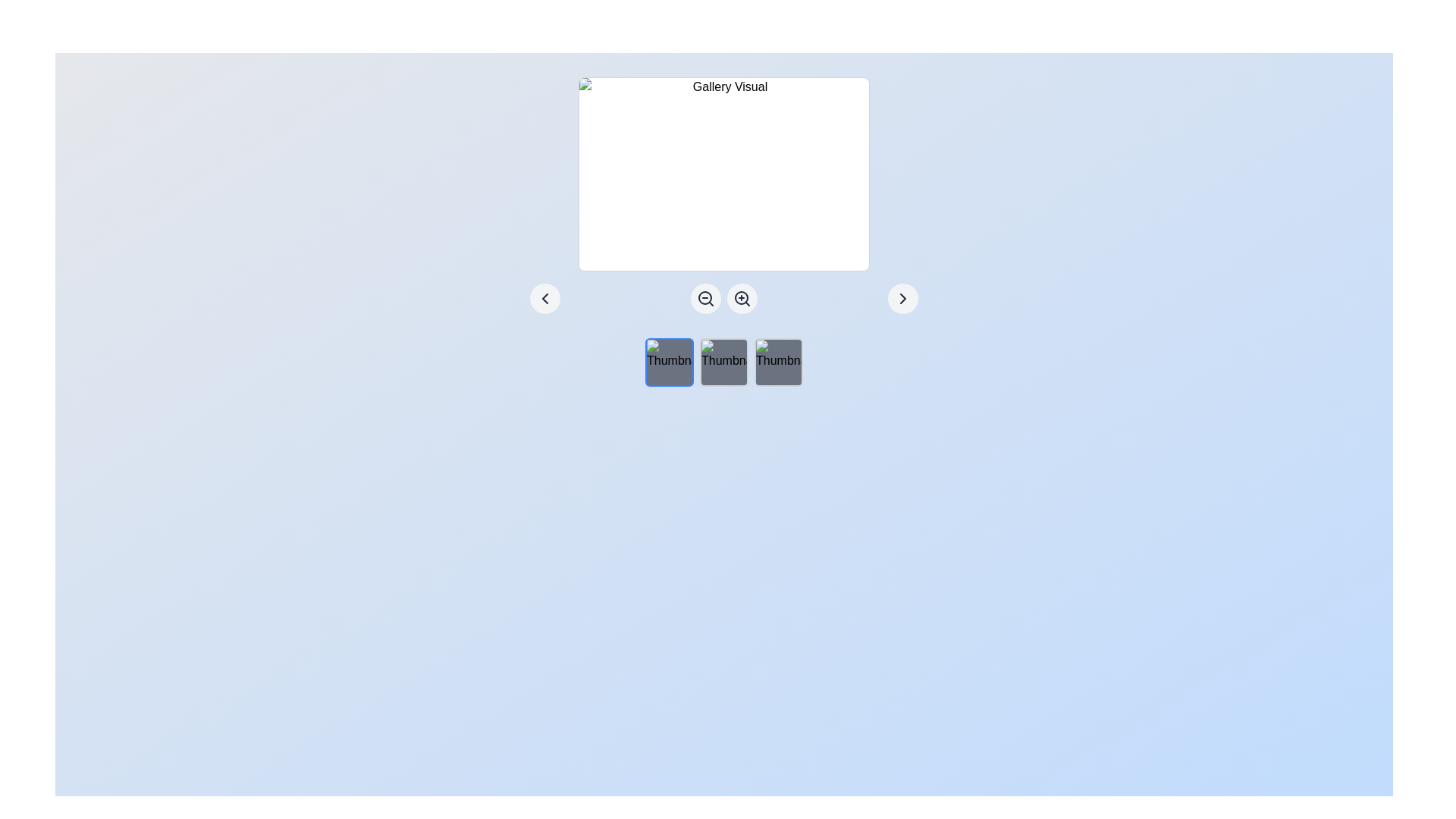 Image resolution: width=1456 pixels, height=819 pixels. I want to click on the first thumbnail image placeholder, which has a gray background, rounded corners, and a blue border, so click(669, 362).